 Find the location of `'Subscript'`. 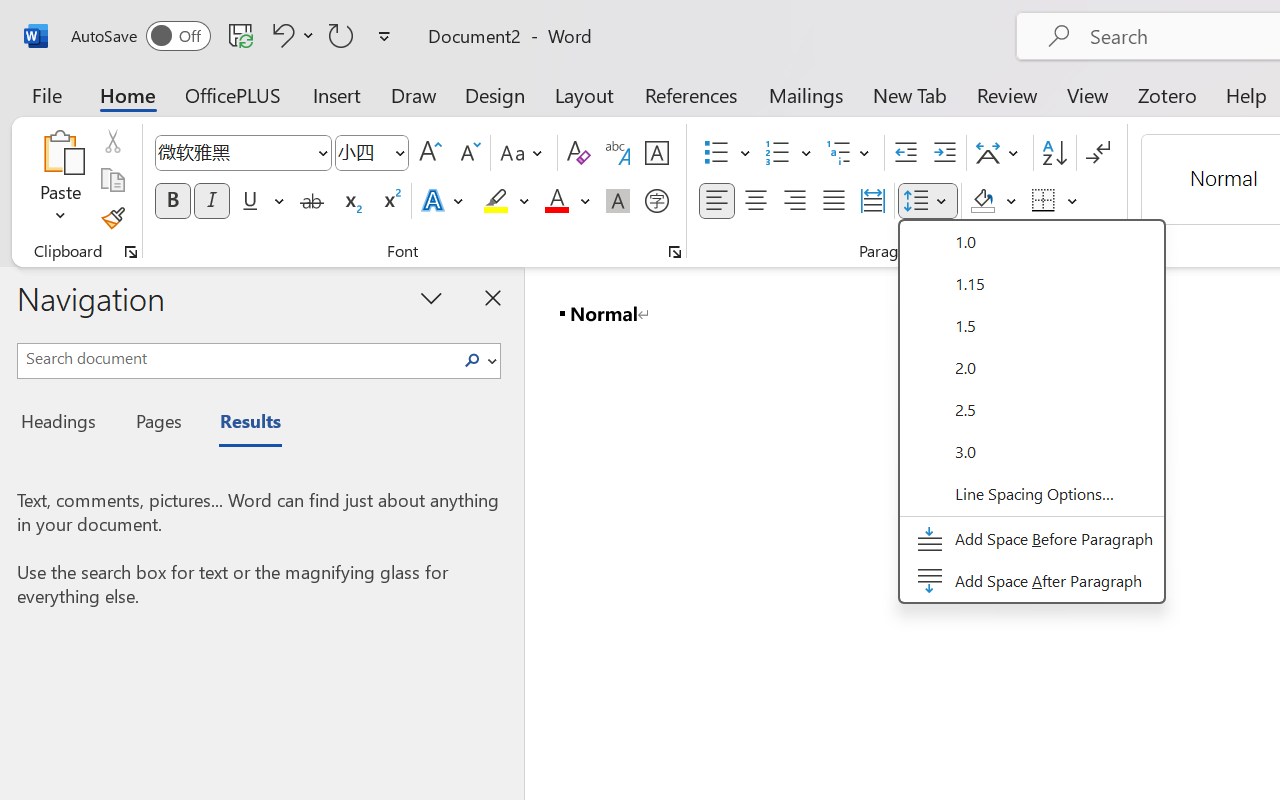

'Subscript' is located at coordinates (350, 201).